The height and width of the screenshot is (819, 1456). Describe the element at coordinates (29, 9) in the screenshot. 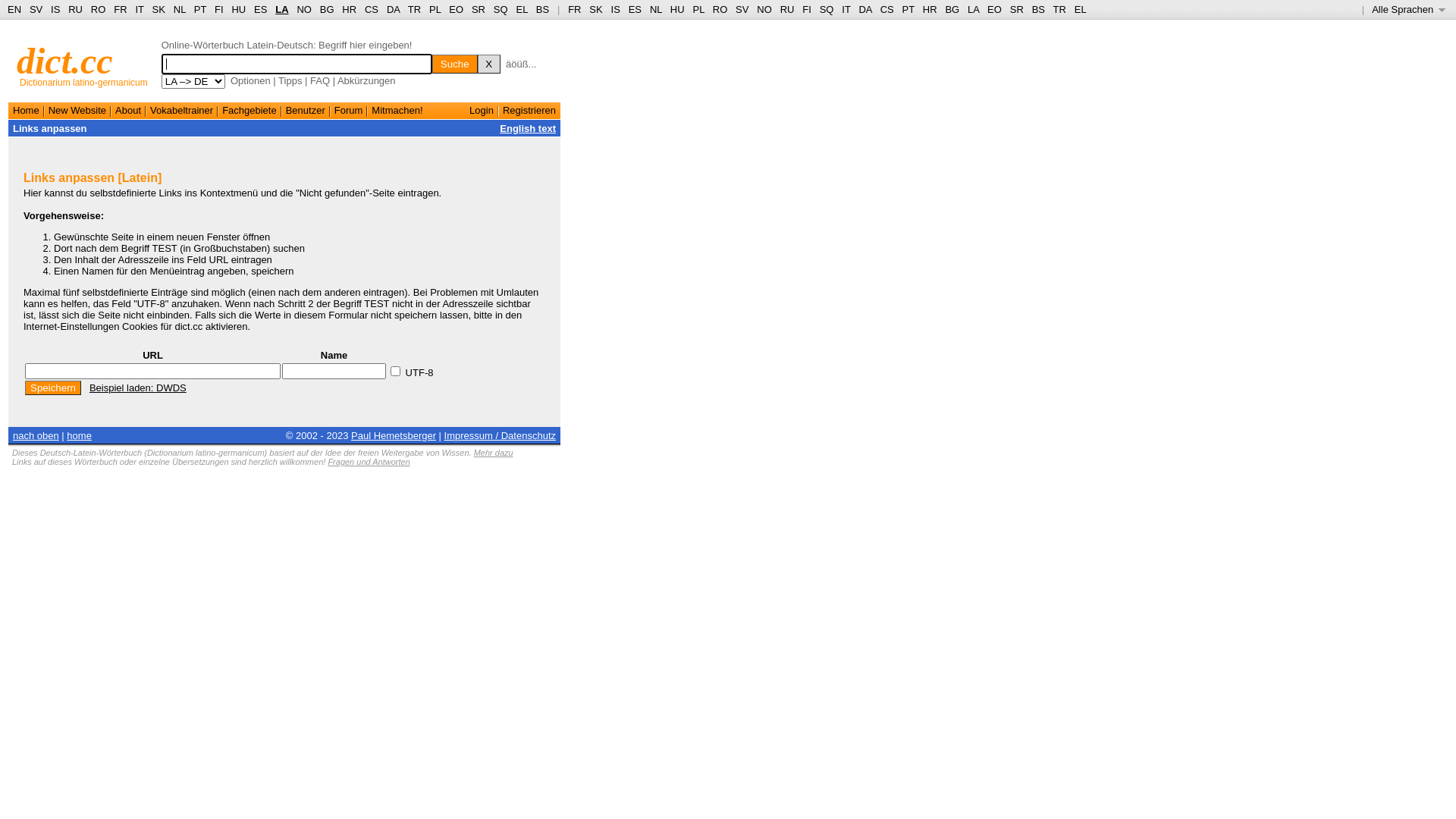

I see `'SV'` at that location.